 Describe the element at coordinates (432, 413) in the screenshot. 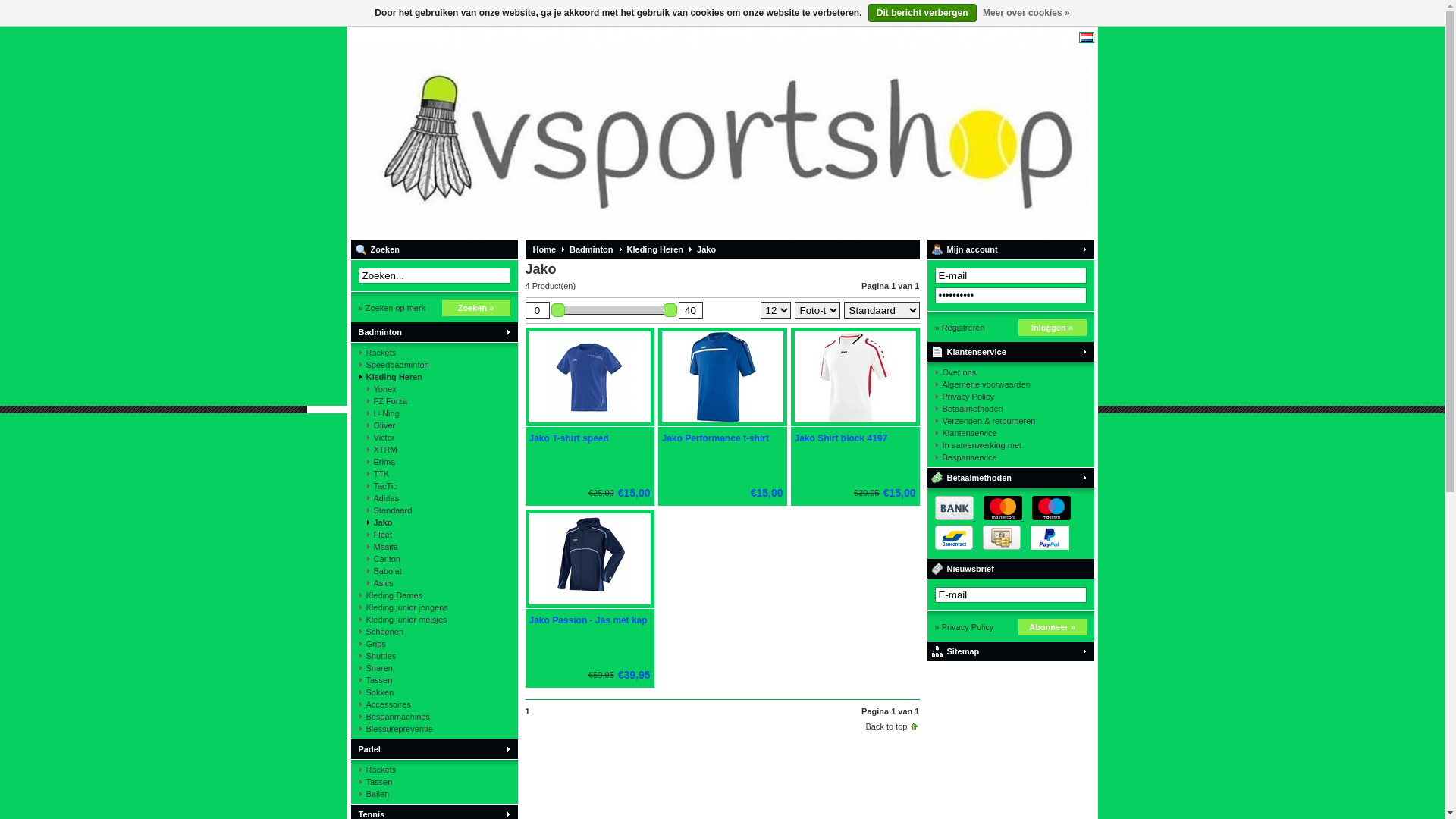

I see `'Li Ning'` at that location.